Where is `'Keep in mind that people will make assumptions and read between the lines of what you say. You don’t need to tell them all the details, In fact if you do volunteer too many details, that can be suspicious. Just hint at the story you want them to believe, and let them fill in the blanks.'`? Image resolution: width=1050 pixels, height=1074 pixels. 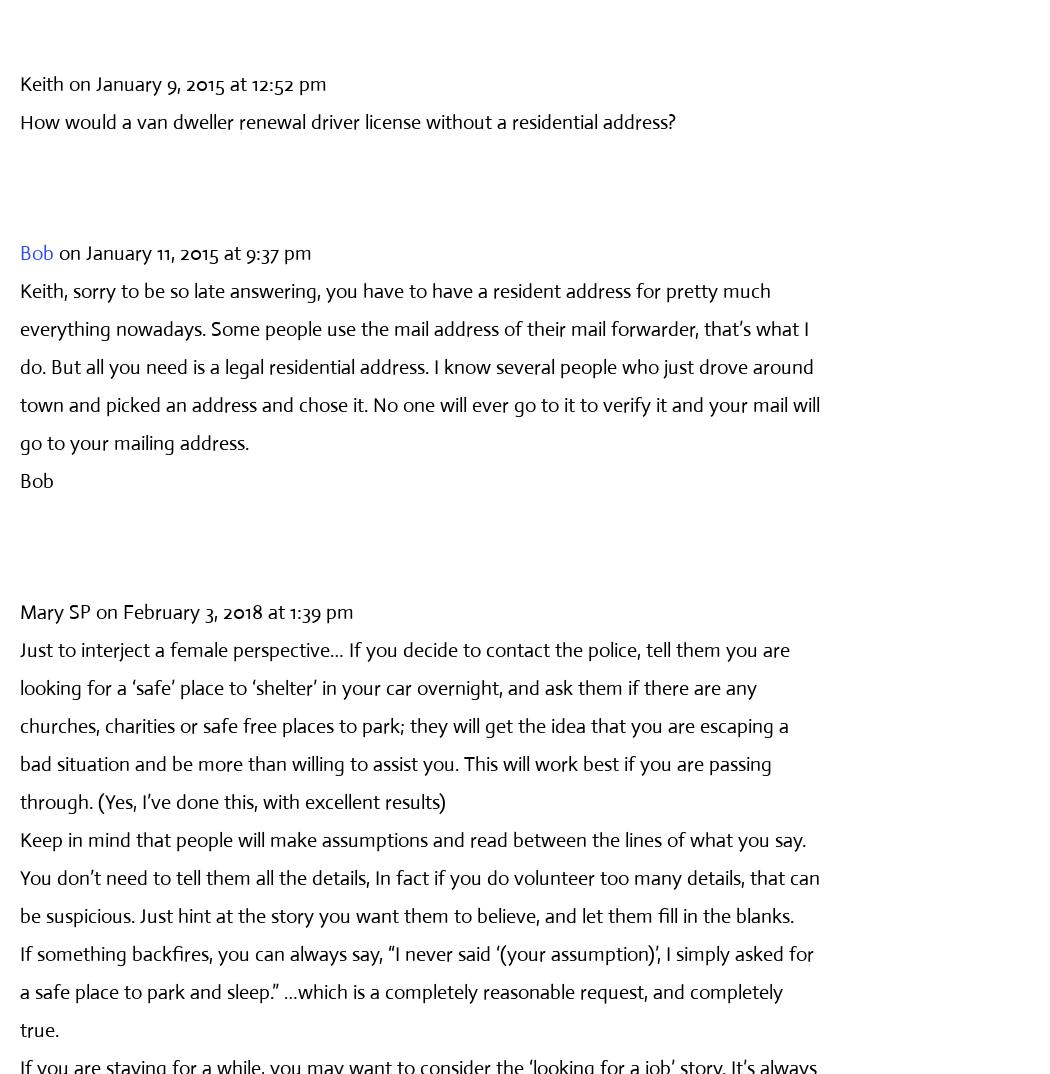
'Keep in mind that people will make assumptions and read between the lines of what you say. You don’t need to tell them all the details, In fact if you do volunteer too many details, that can be suspicious. Just hint at the story you want them to believe, and let them fill in the blanks.' is located at coordinates (19, 876).